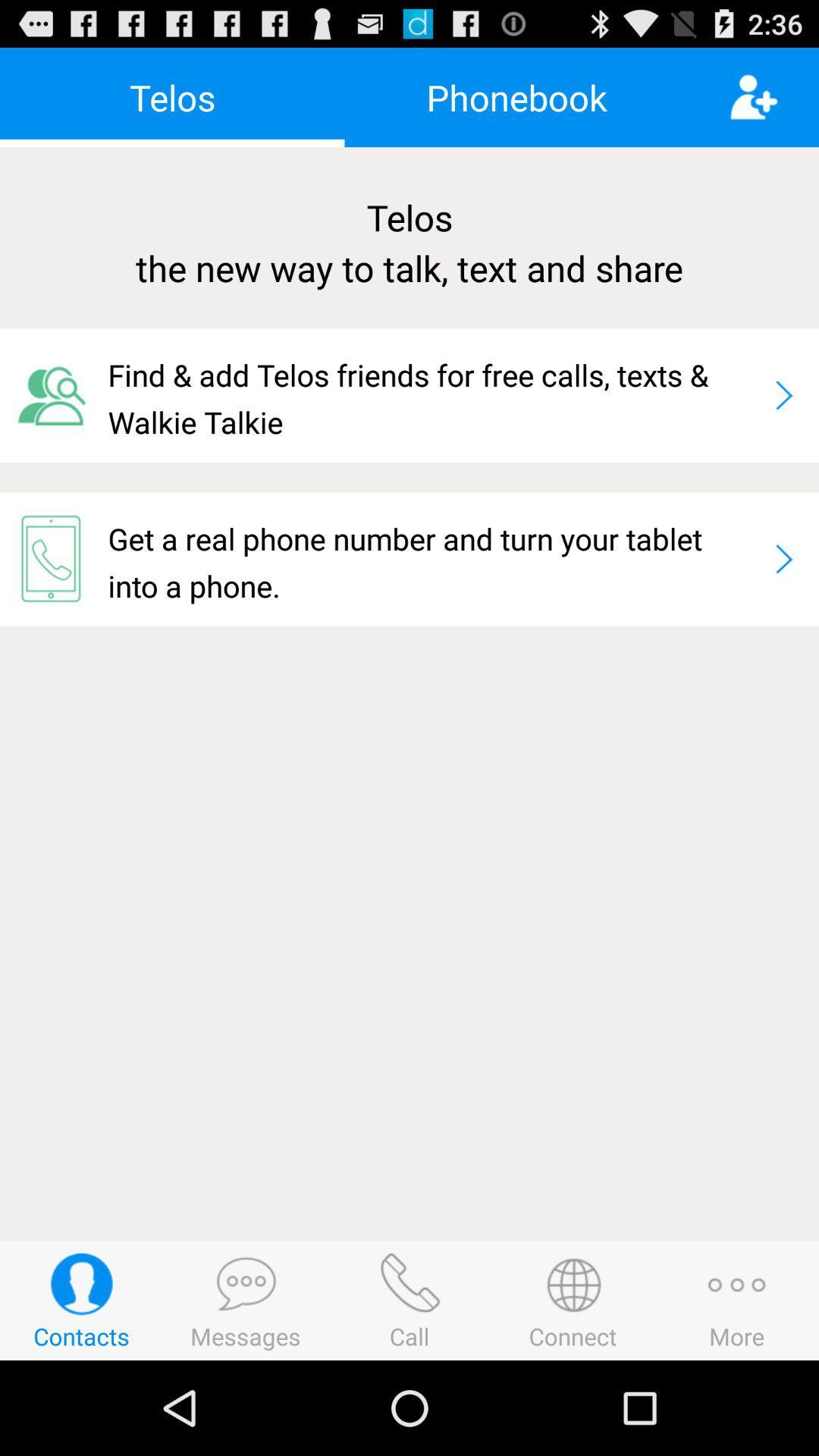 Image resolution: width=819 pixels, height=1456 pixels. I want to click on the icon below the telos the new icon, so click(53, 395).